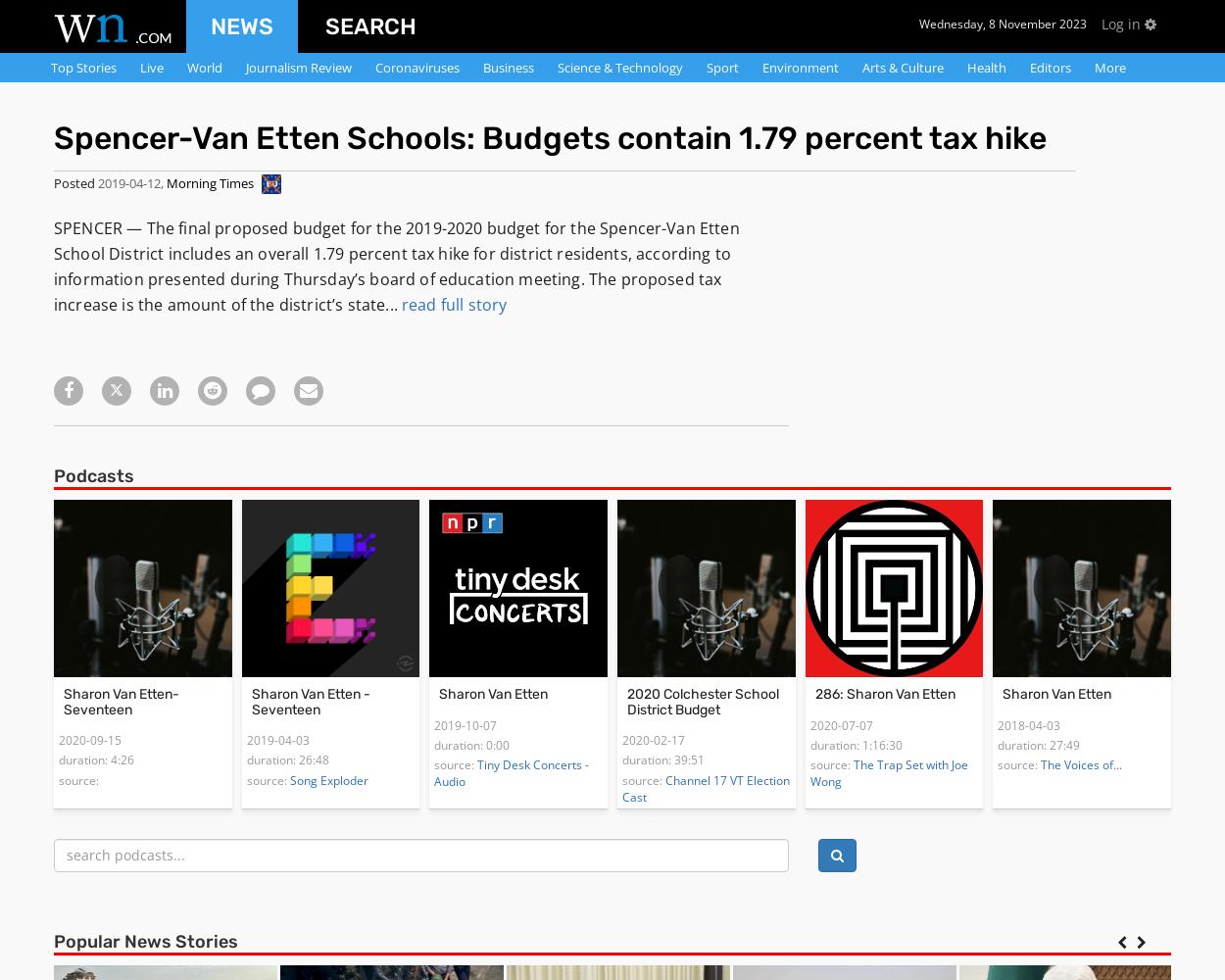 This screenshot has height=980, width=1225. Describe the element at coordinates (73, 182) in the screenshot. I see `'Posted'` at that location.